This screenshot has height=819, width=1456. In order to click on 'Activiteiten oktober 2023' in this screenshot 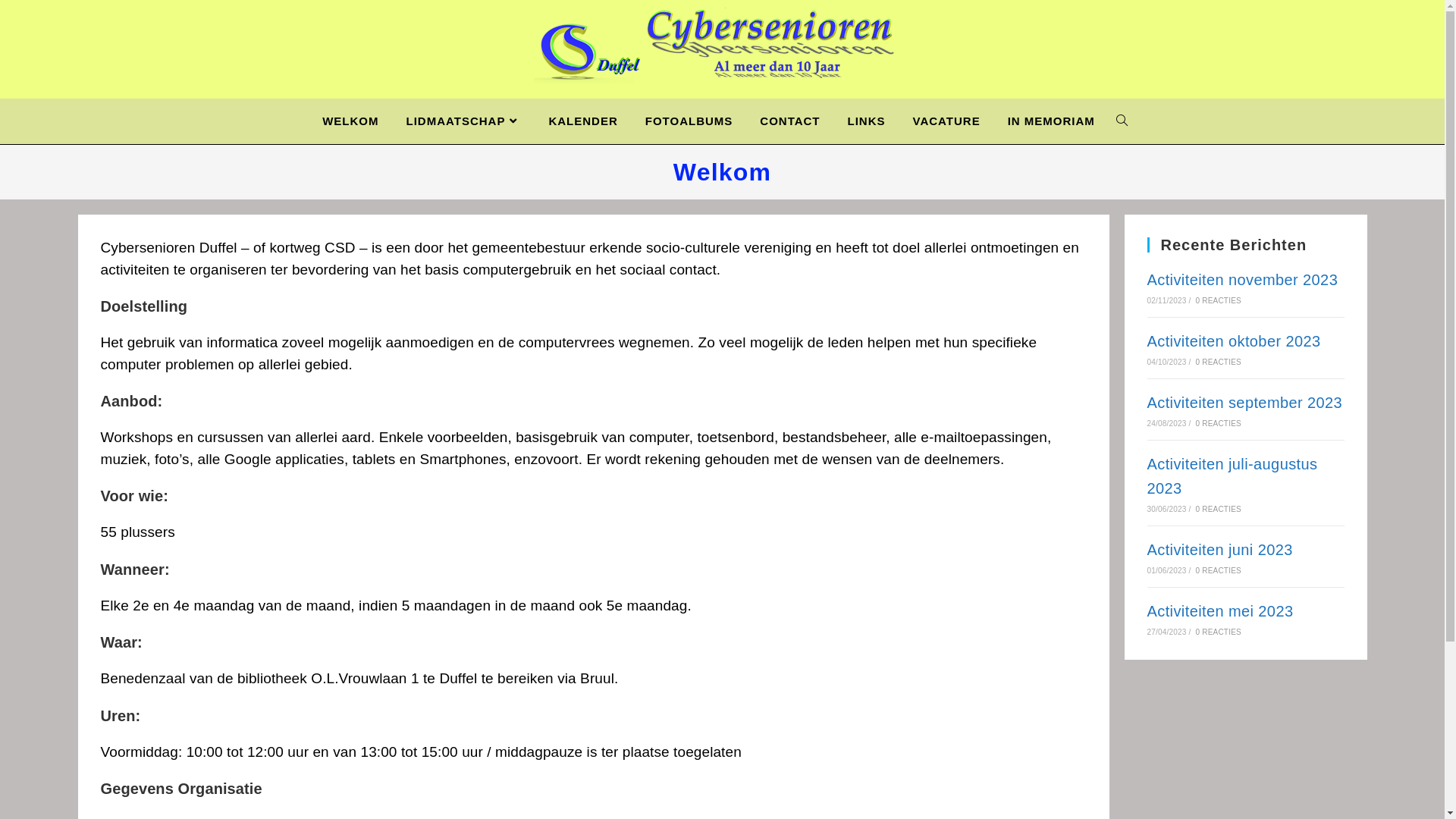, I will do `click(1233, 341)`.